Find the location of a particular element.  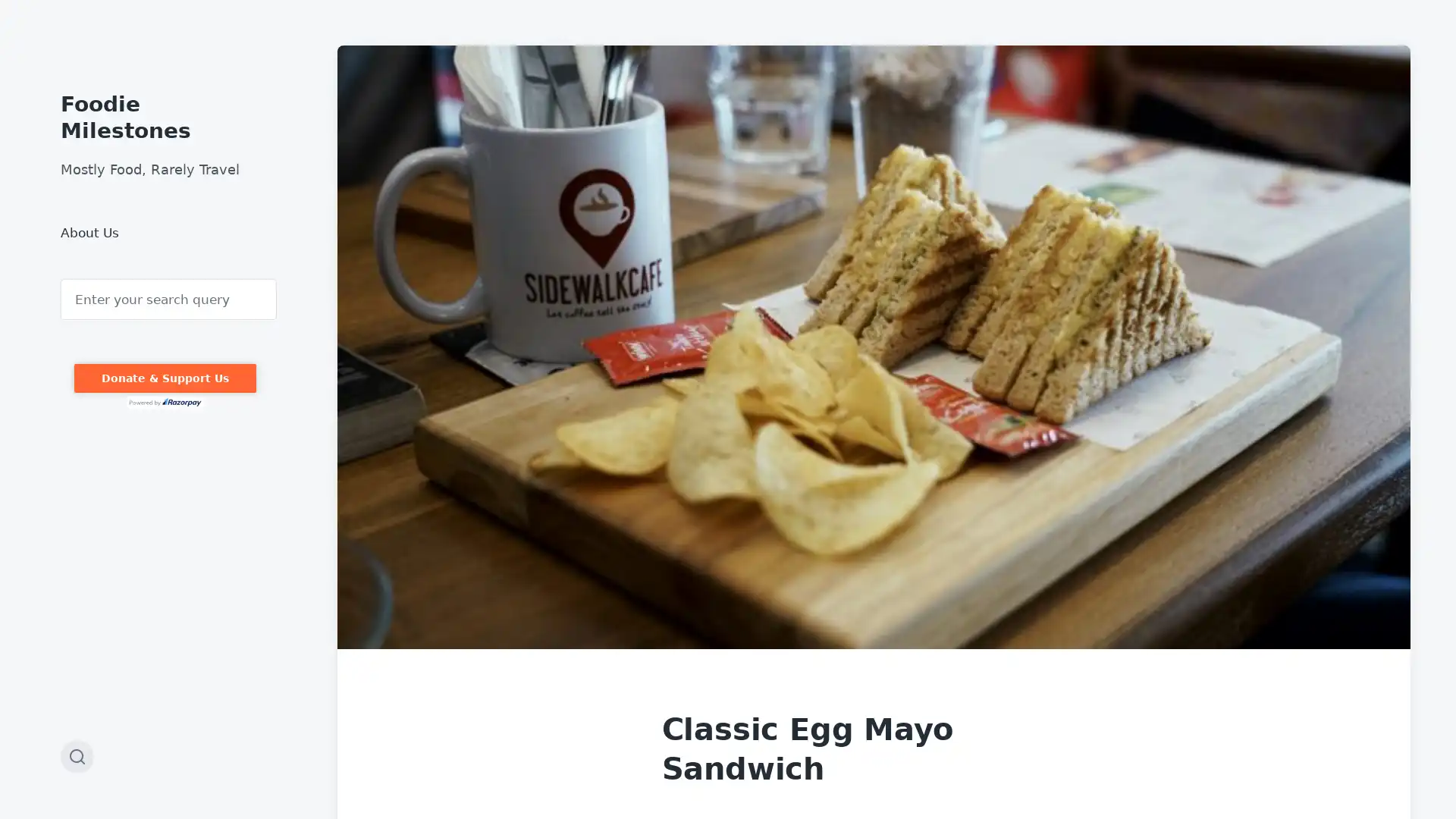

Toggle the search field is located at coordinates (76, 757).